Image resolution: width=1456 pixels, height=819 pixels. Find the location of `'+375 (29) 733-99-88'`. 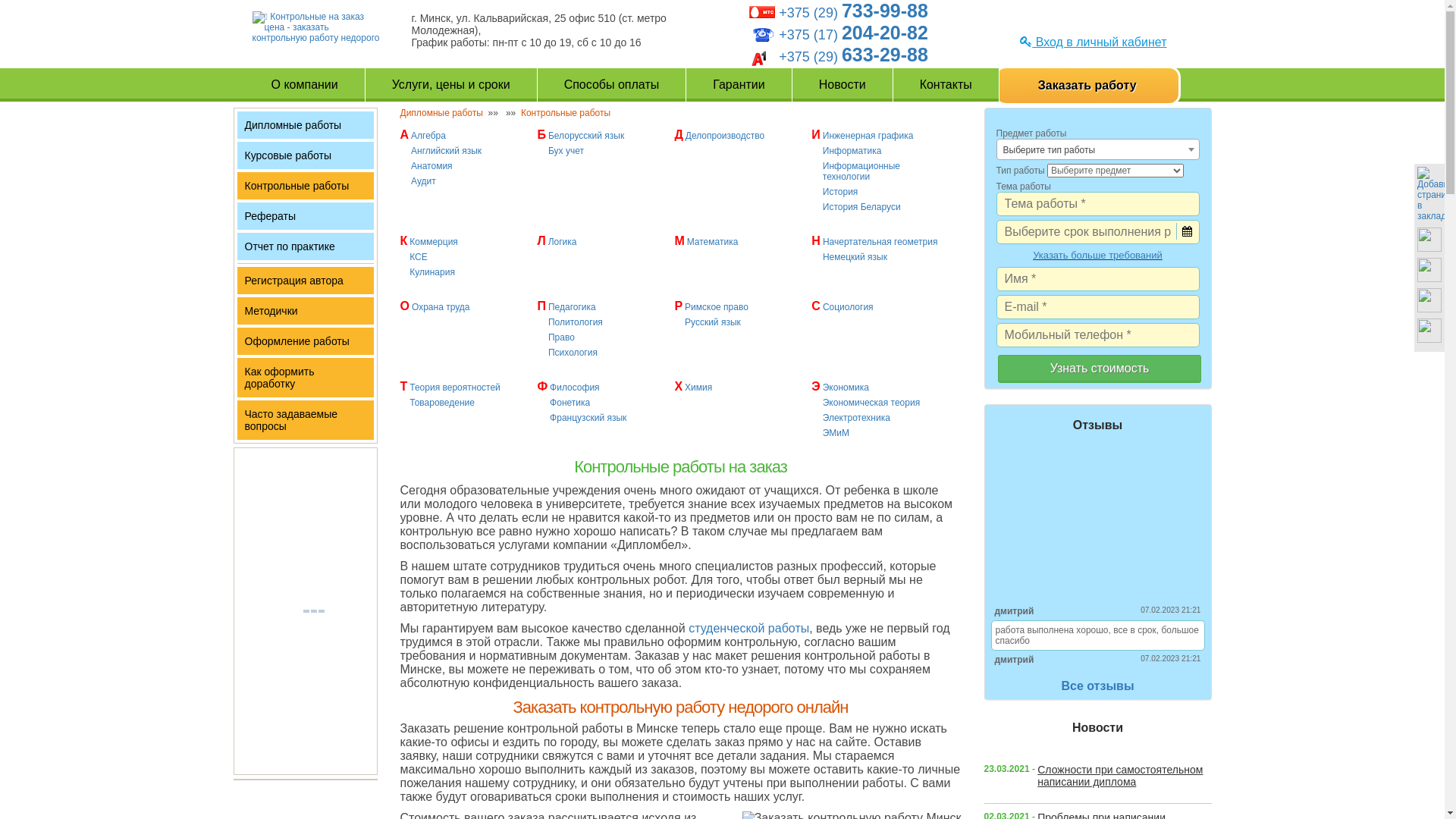

'+375 (29) 733-99-88' is located at coordinates (853, 12).